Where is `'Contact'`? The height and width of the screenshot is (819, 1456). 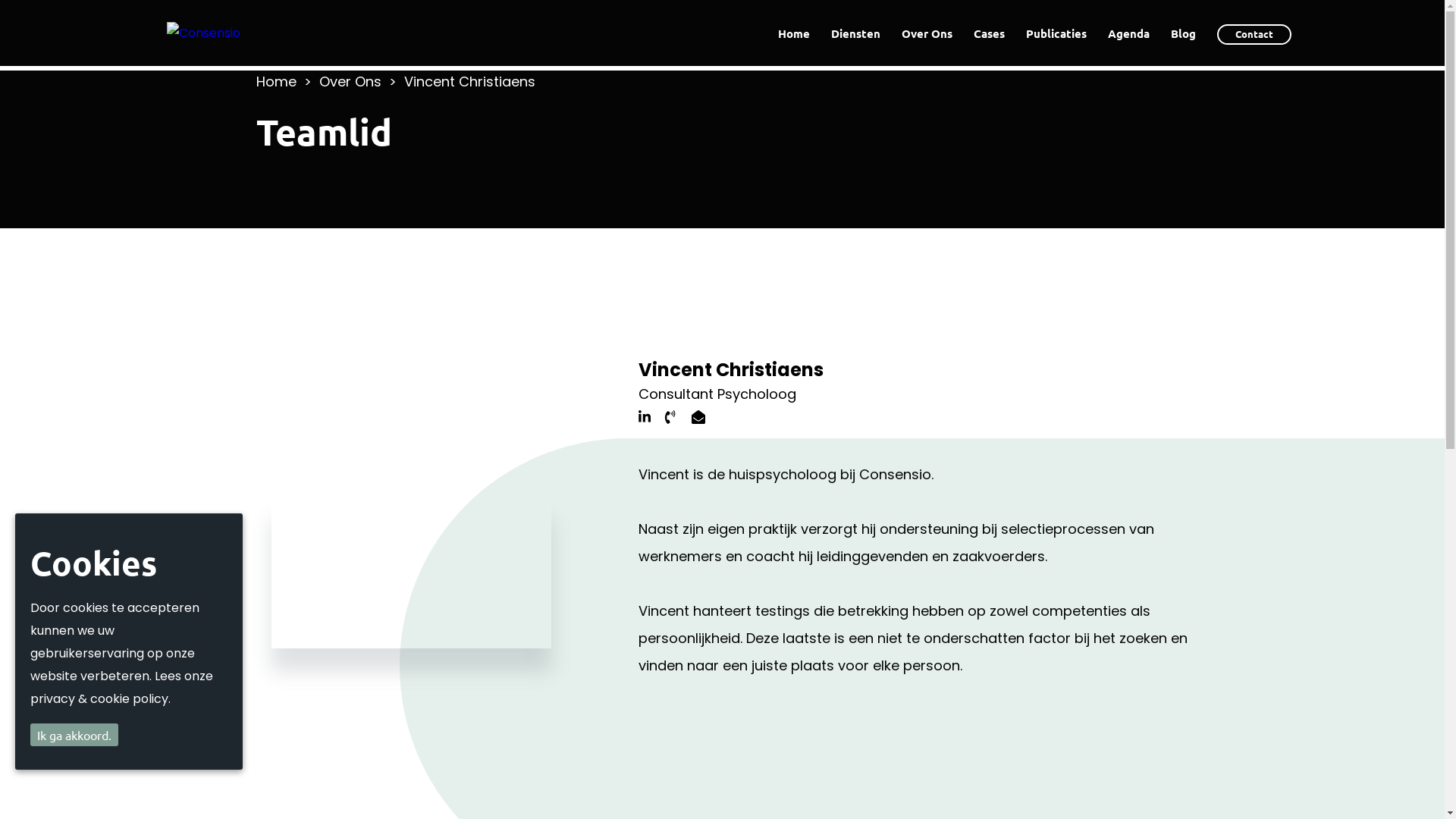
'Contact' is located at coordinates (1254, 34).